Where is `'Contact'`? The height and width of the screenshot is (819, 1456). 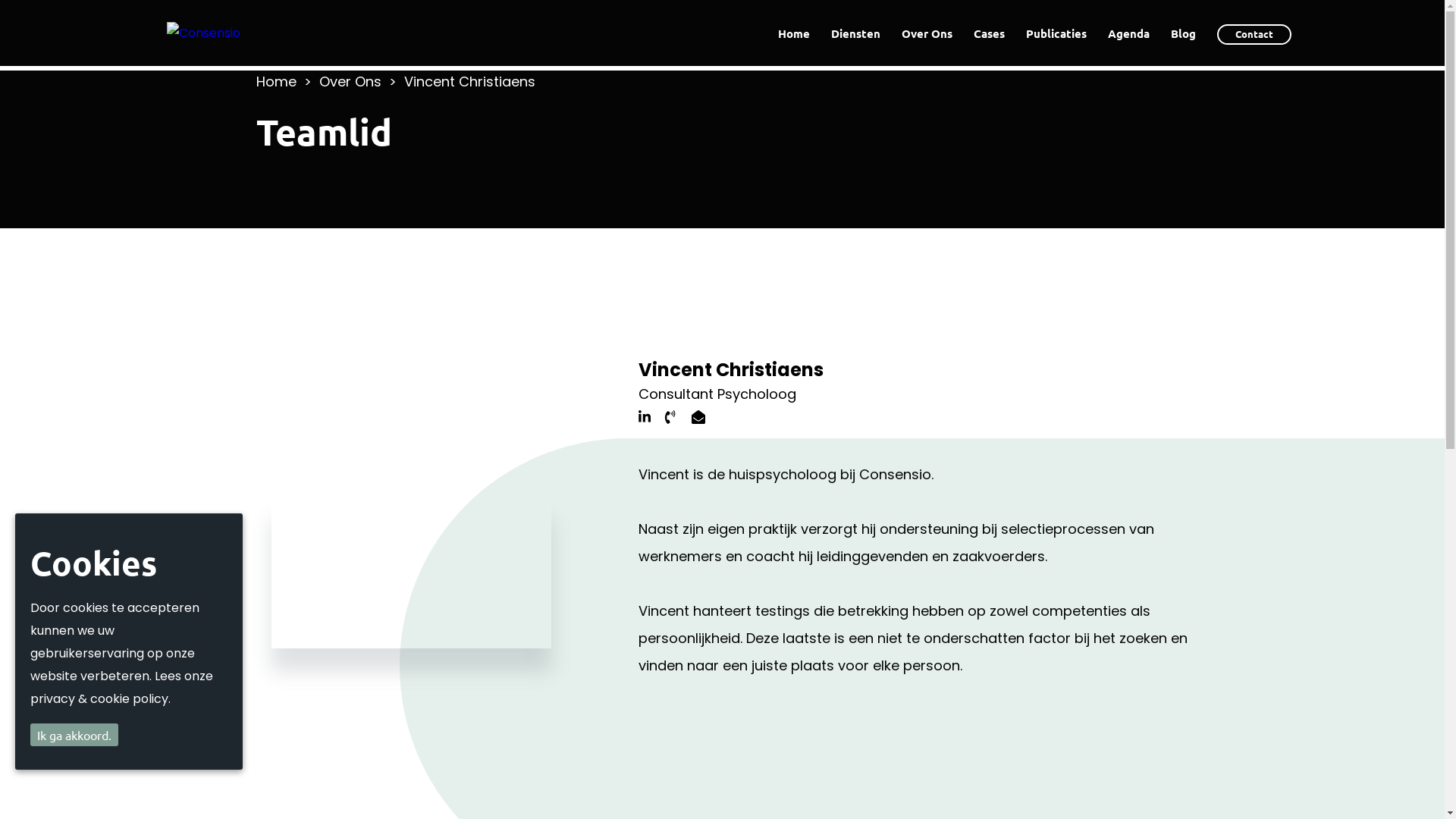
'Contact' is located at coordinates (1254, 34).